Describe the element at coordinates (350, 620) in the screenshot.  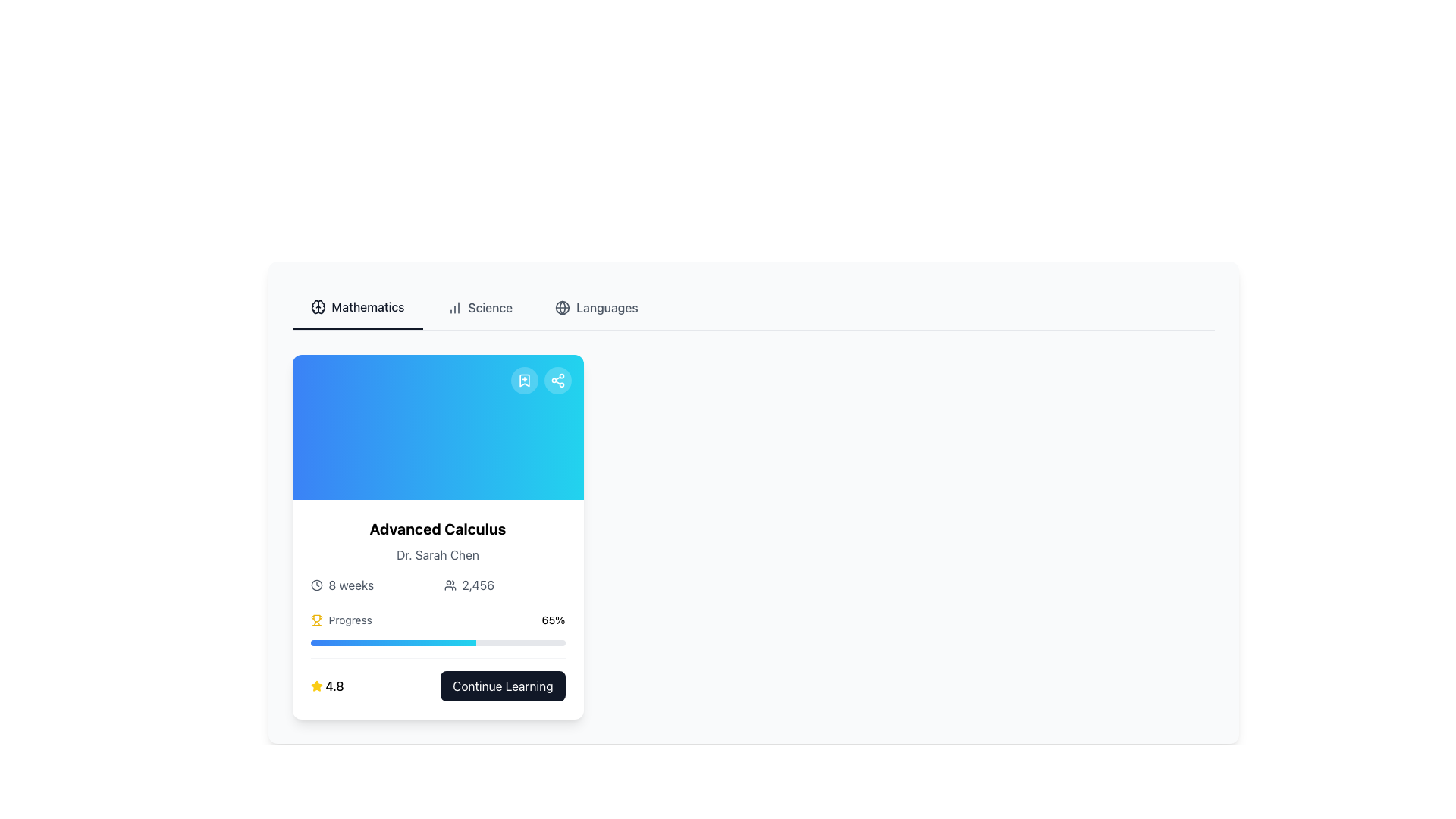
I see `the text label that describes the nearby progress bar, positioned to the right of a trophy icon and above a progress bar within the 'Advanced Calculus' card` at that location.